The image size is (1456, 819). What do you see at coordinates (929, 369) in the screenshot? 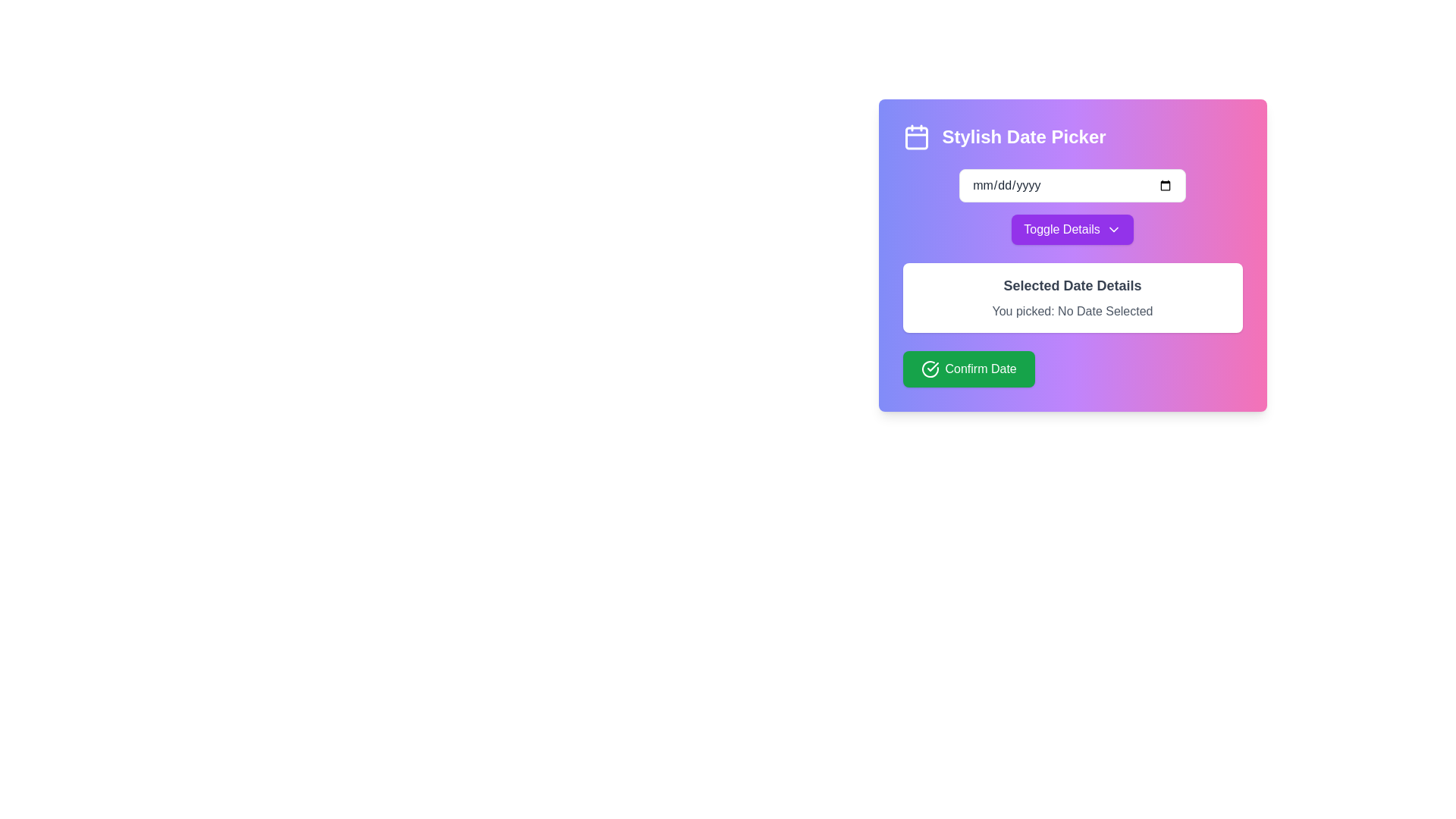
I see `the circular 'check' icon located to the left of the text 'Confirm Date' within the green button at the bottom of the interface` at bounding box center [929, 369].